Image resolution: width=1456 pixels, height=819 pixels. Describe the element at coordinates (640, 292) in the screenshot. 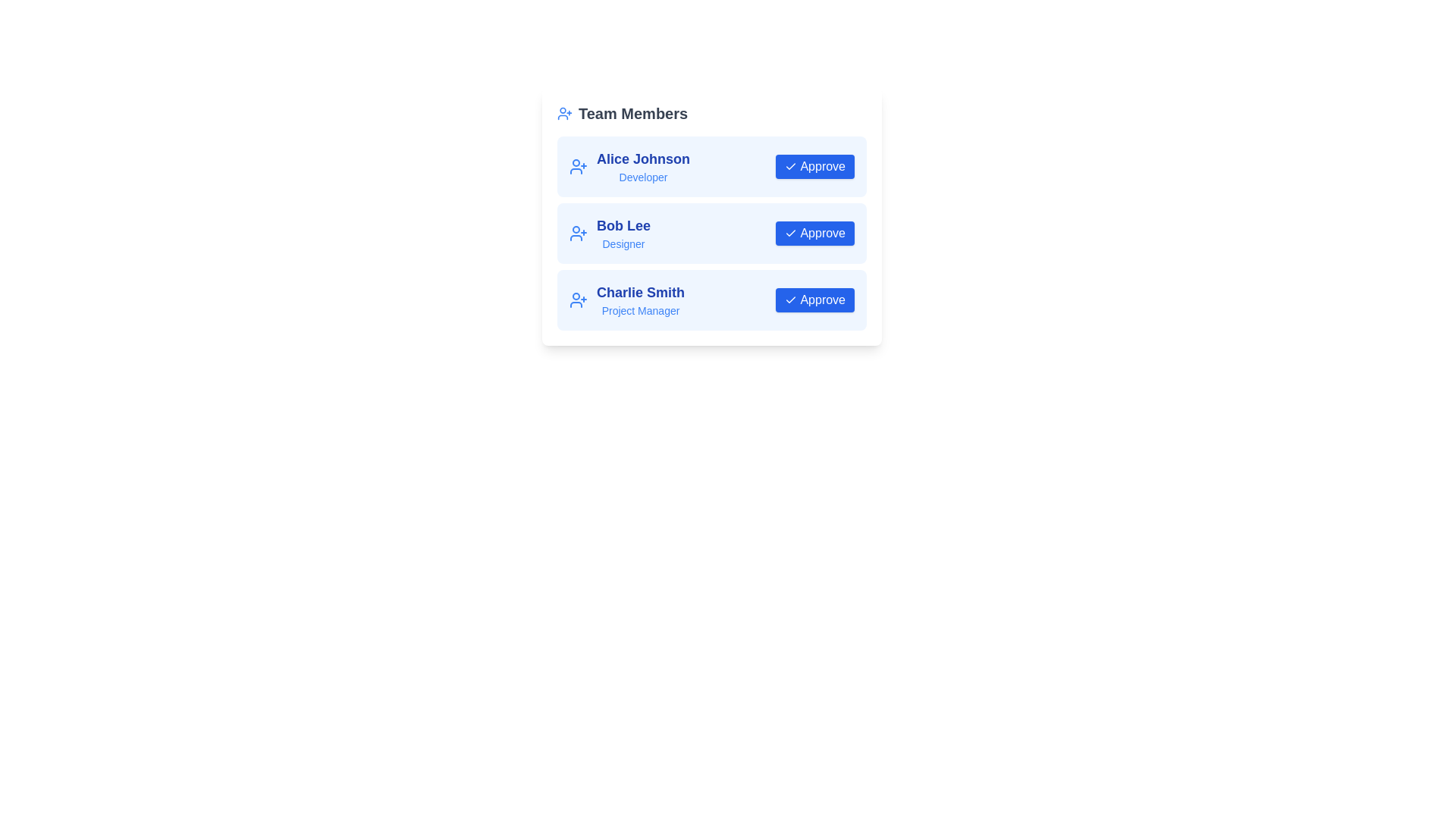

I see `the text label displaying 'Charlie Smith' in bold and large blue font, positioned as the third item in the 'Team Members' section, to the left of the 'Approve' button` at that location.